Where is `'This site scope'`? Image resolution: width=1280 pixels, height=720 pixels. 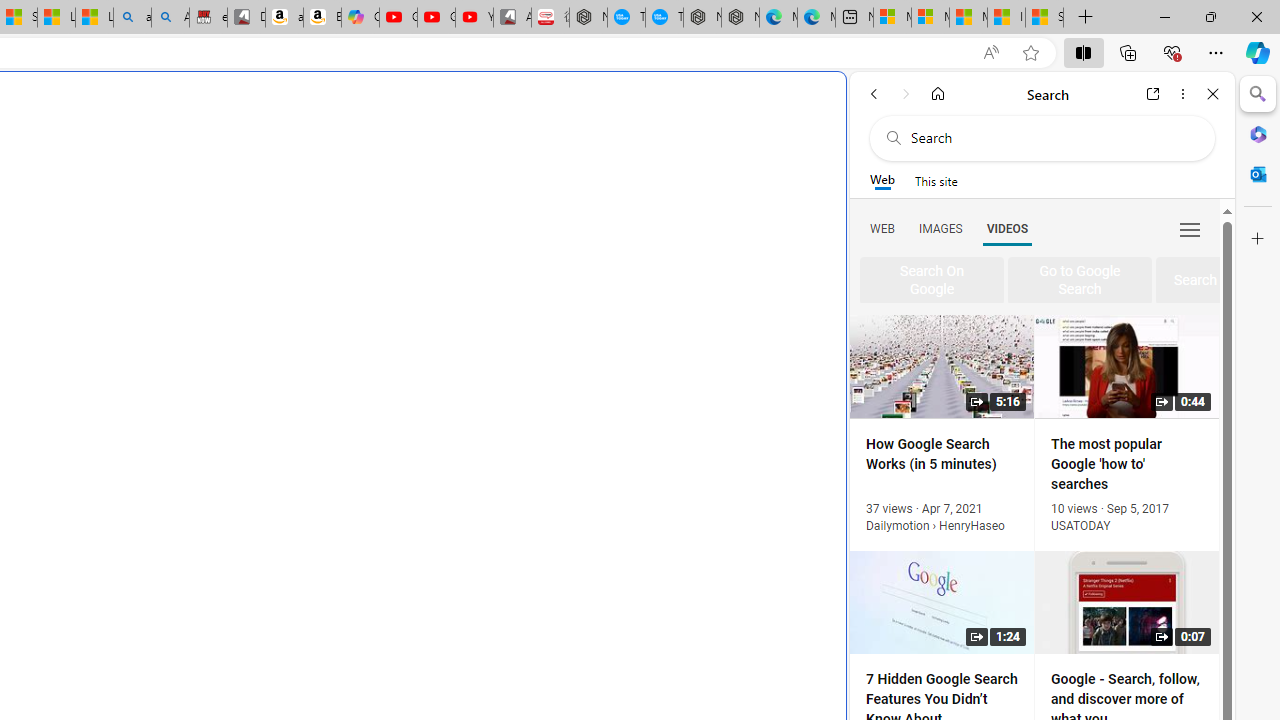 'This site scope' is located at coordinates (935, 180).